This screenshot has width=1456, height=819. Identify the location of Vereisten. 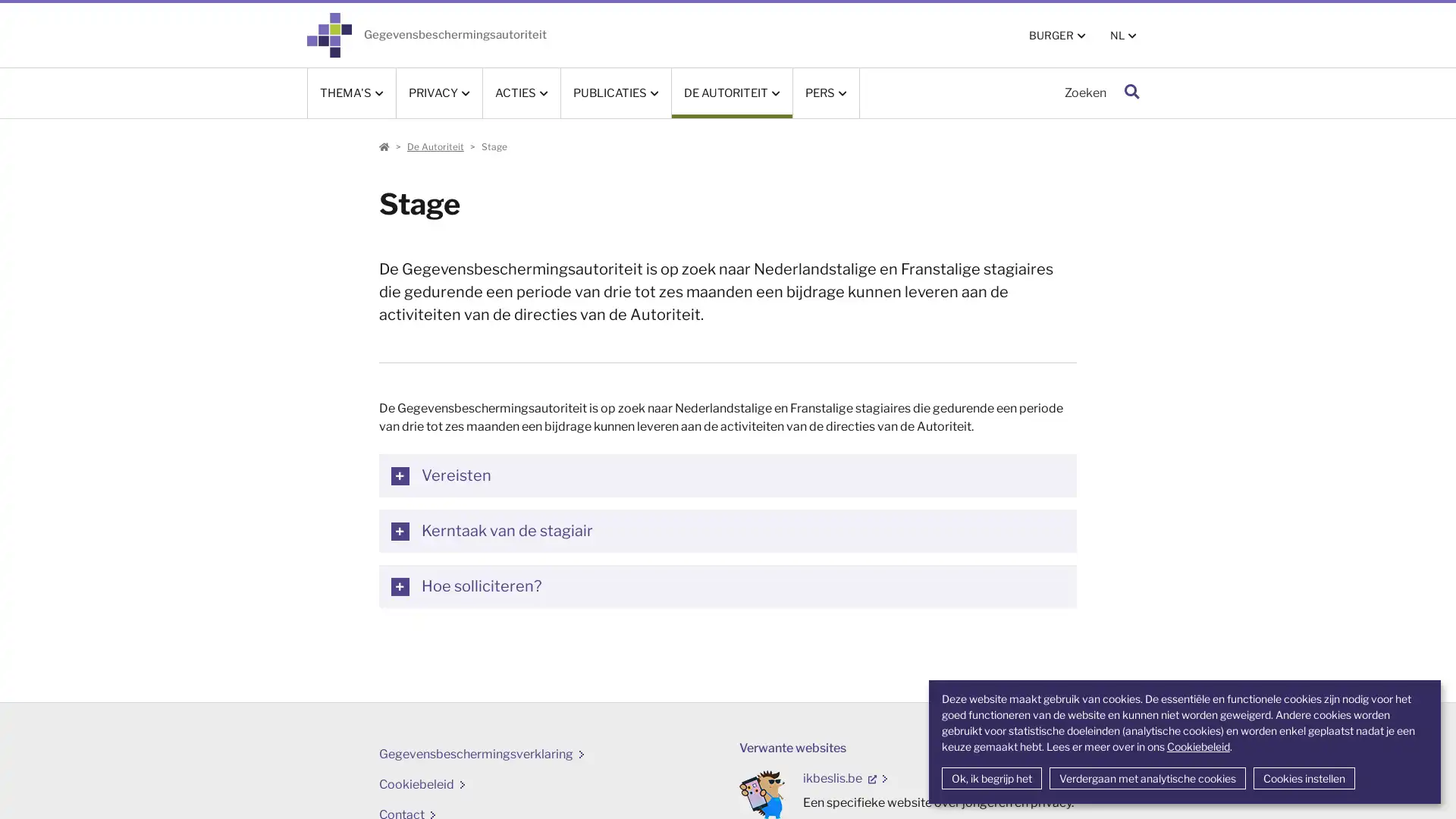
(726, 475).